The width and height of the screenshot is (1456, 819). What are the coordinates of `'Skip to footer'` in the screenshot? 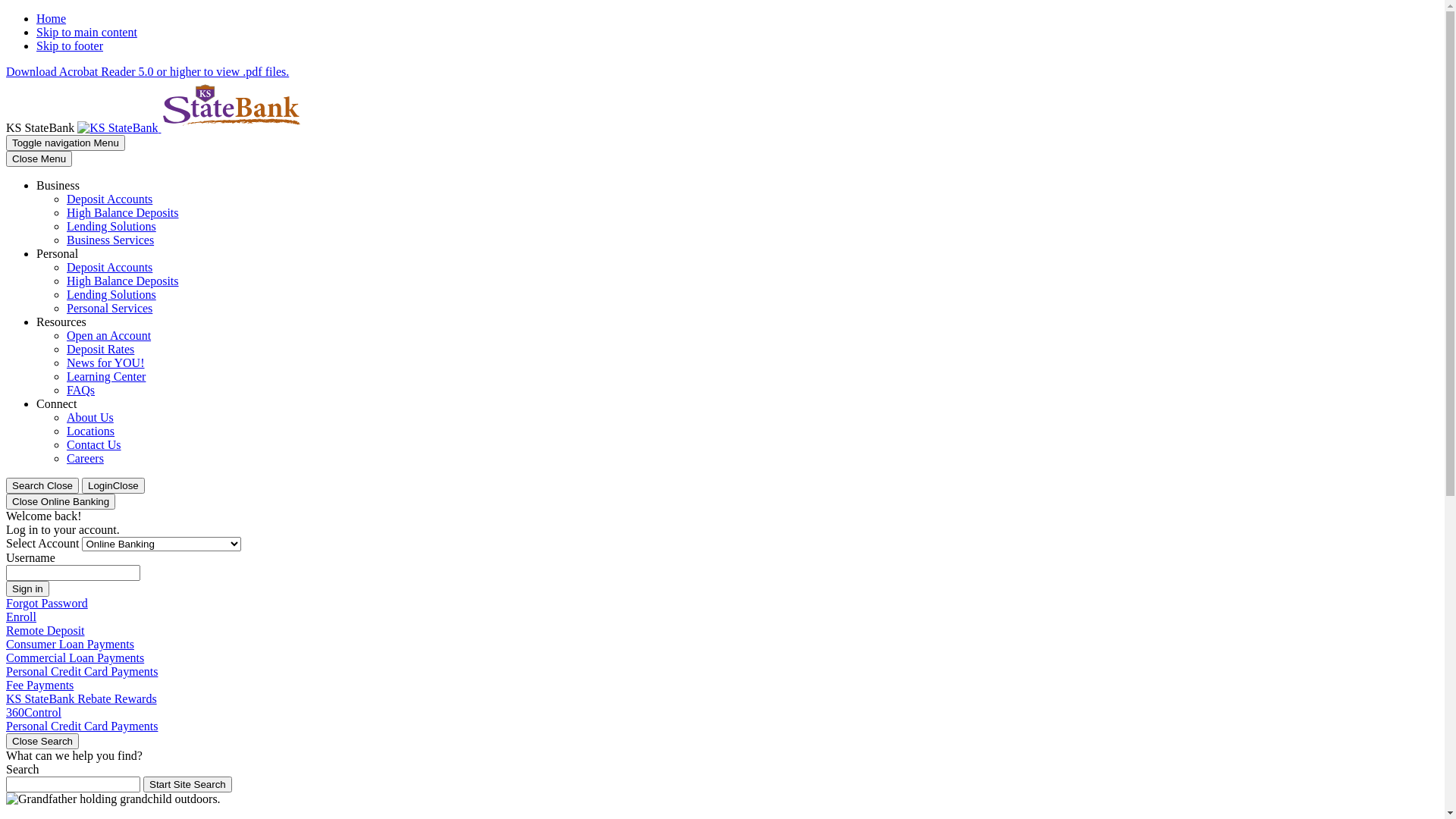 It's located at (68, 45).